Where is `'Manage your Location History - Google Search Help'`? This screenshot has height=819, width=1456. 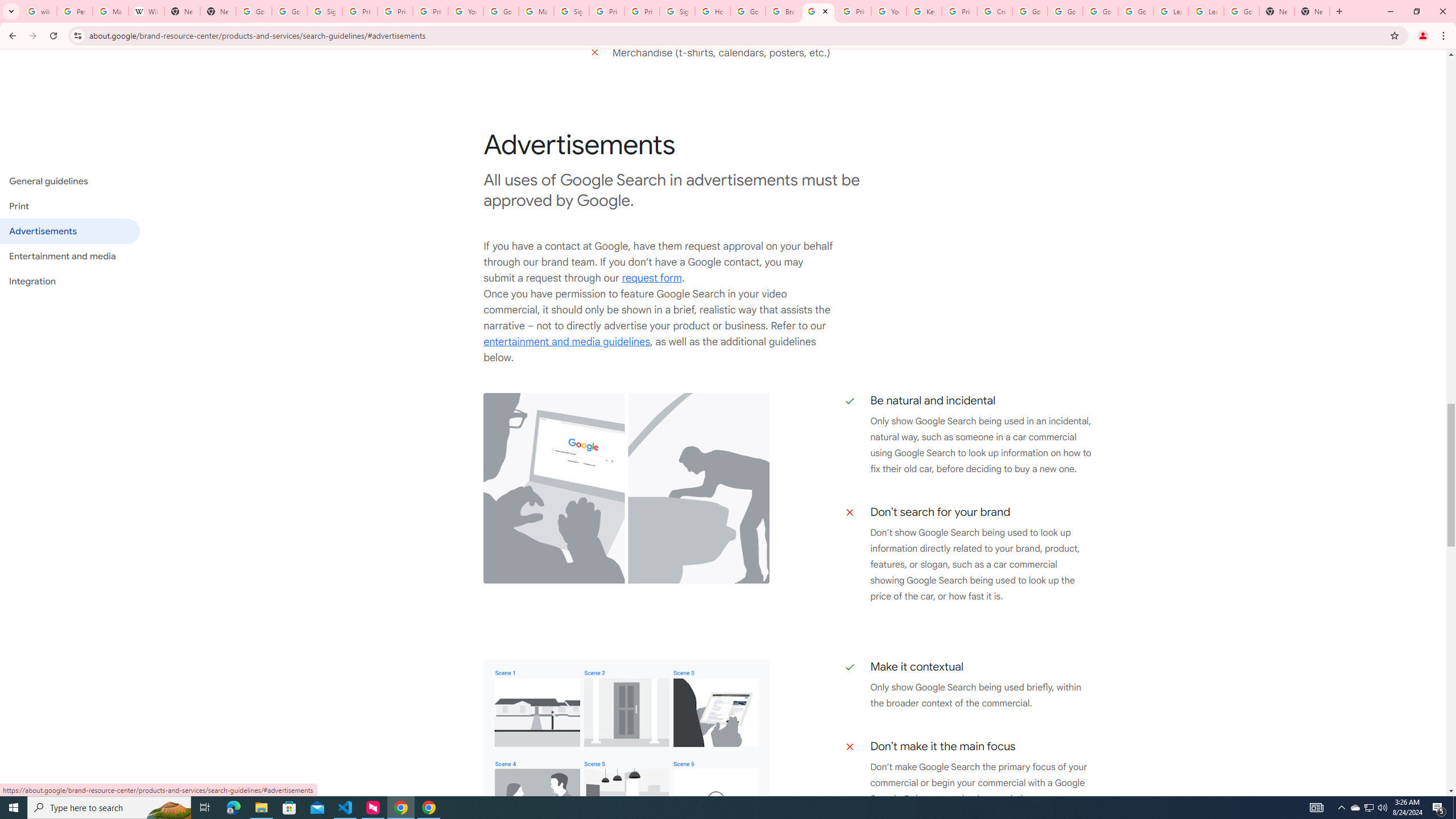 'Manage your Location History - Google Search Help' is located at coordinates (110, 11).